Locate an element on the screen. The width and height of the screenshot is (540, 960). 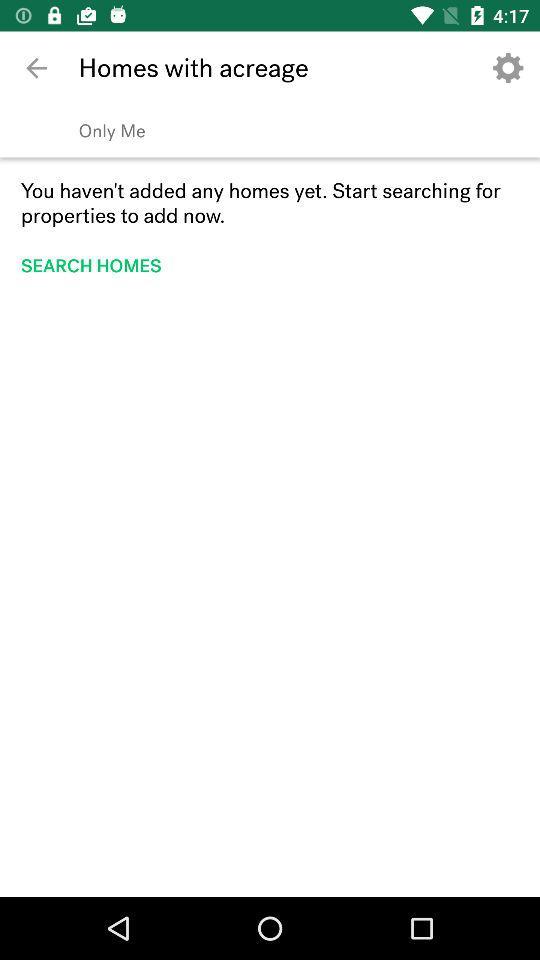
item to the left of homes with acreage app is located at coordinates (36, 68).